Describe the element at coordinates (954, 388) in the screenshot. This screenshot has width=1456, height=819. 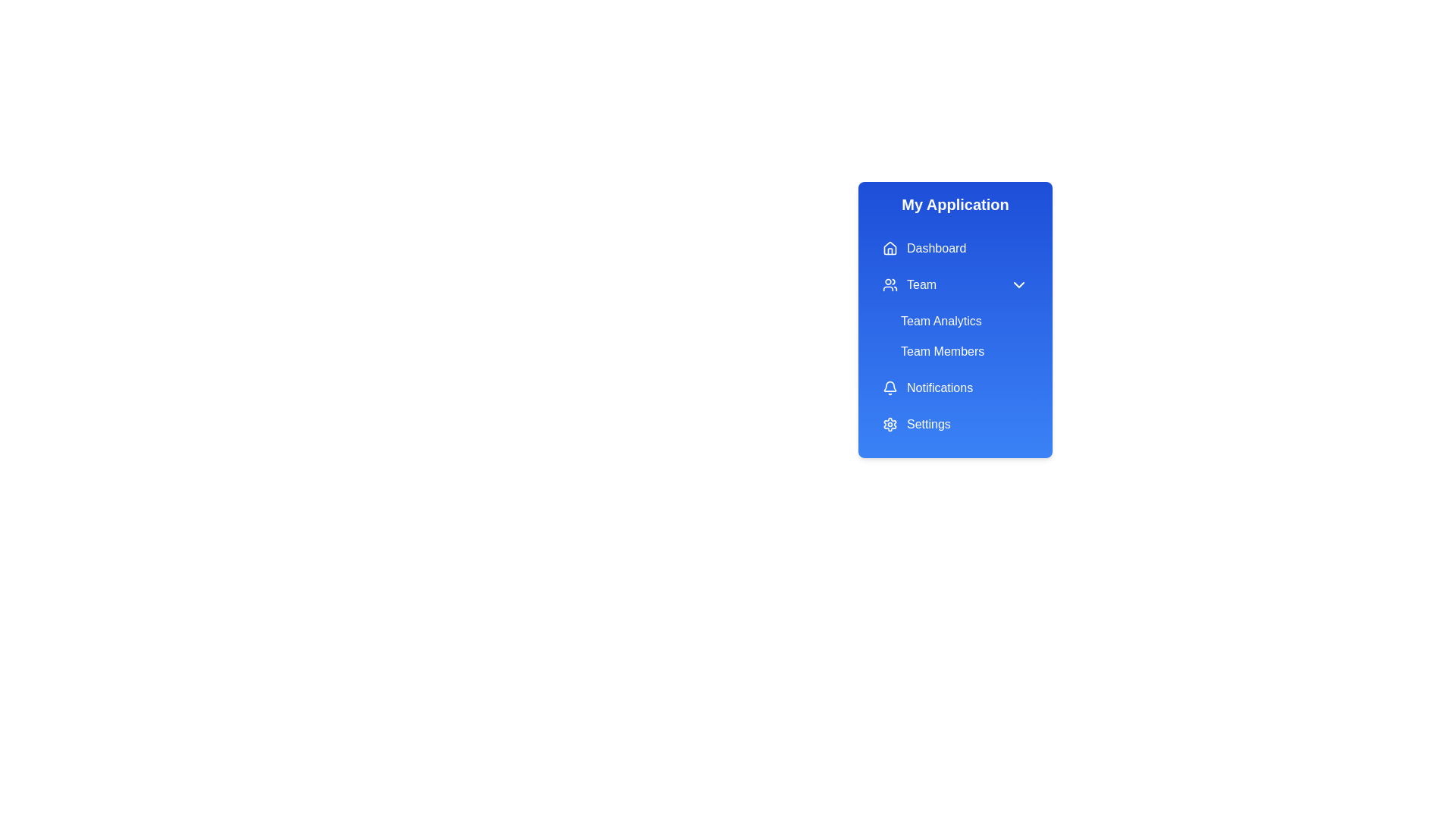
I see `the 'Notifications' button with a bell icon, which is the fifth item in the sidebar menu` at that location.